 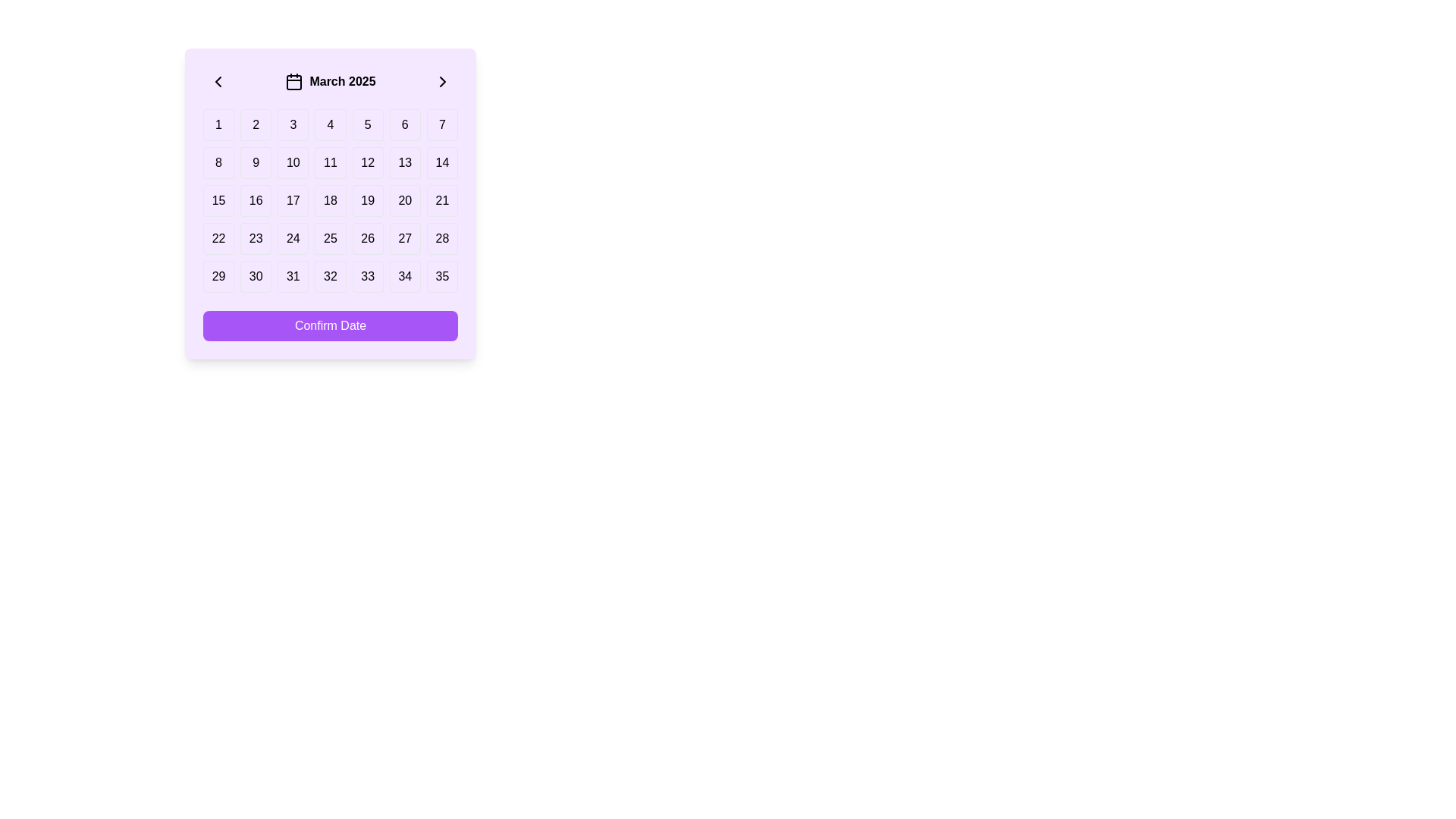 I want to click on the square button with rounded borders and centered text '35' in the bottom-right corner of the calendar grid, so click(x=441, y=277).